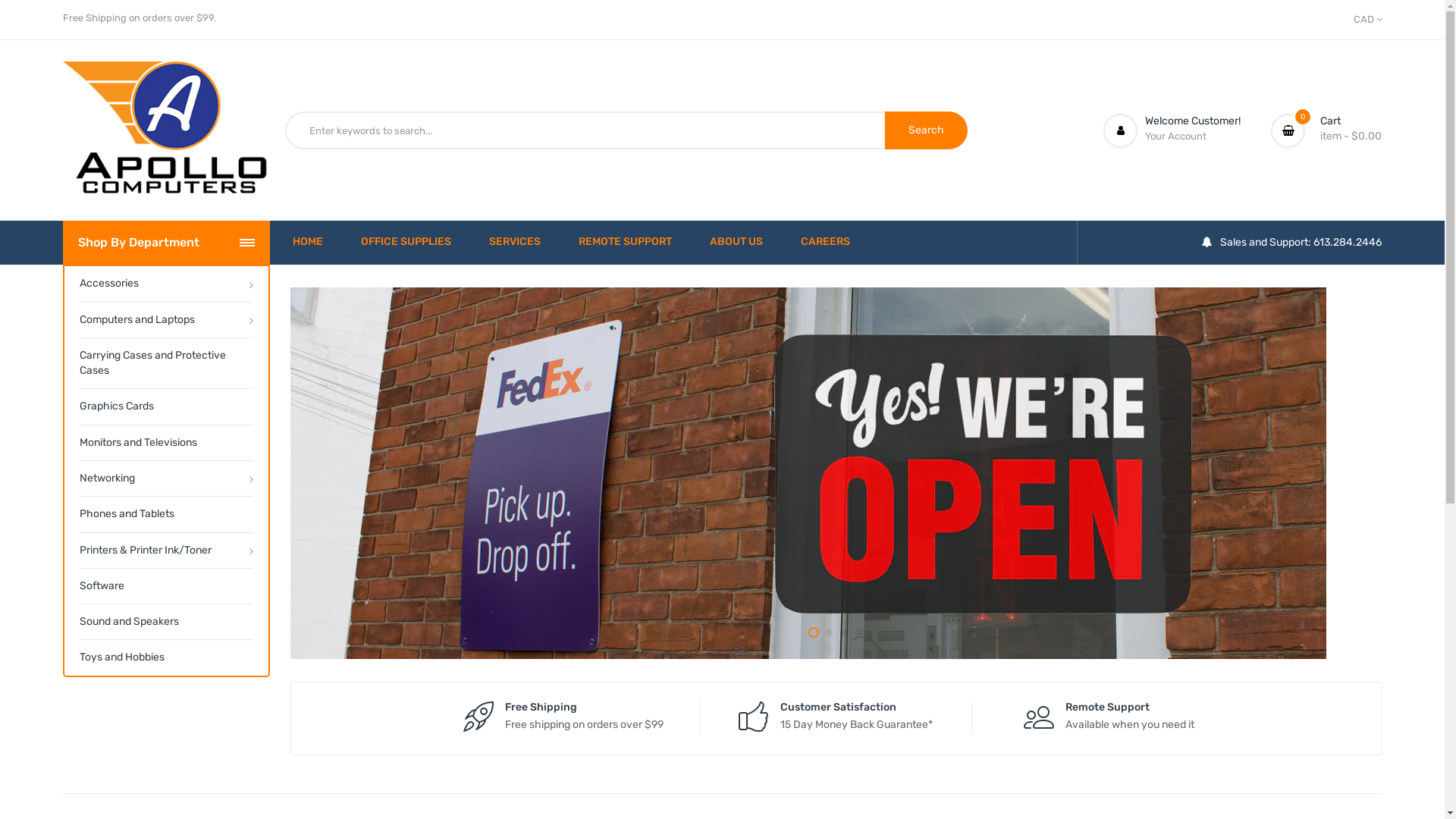 The image size is (1456, 819). Describe the element at coordinates (824, 241) in the screenshot. I see `'CAREERS'` at that location.